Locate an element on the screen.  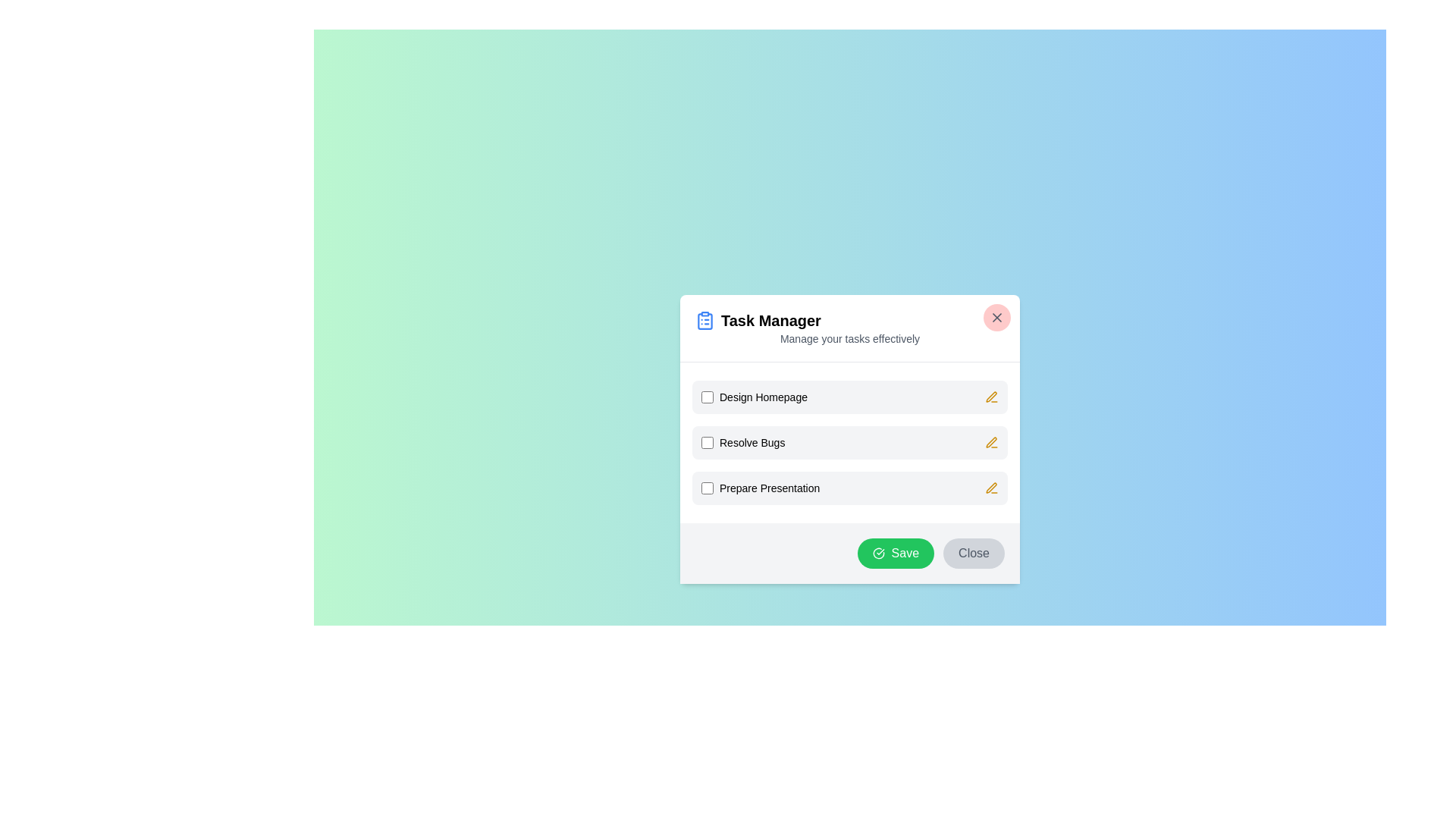
the text label reading 'Design Homepage' located next to the first checkbox in the Task Manager section of the task list interface is located at coordinates (764, 396).